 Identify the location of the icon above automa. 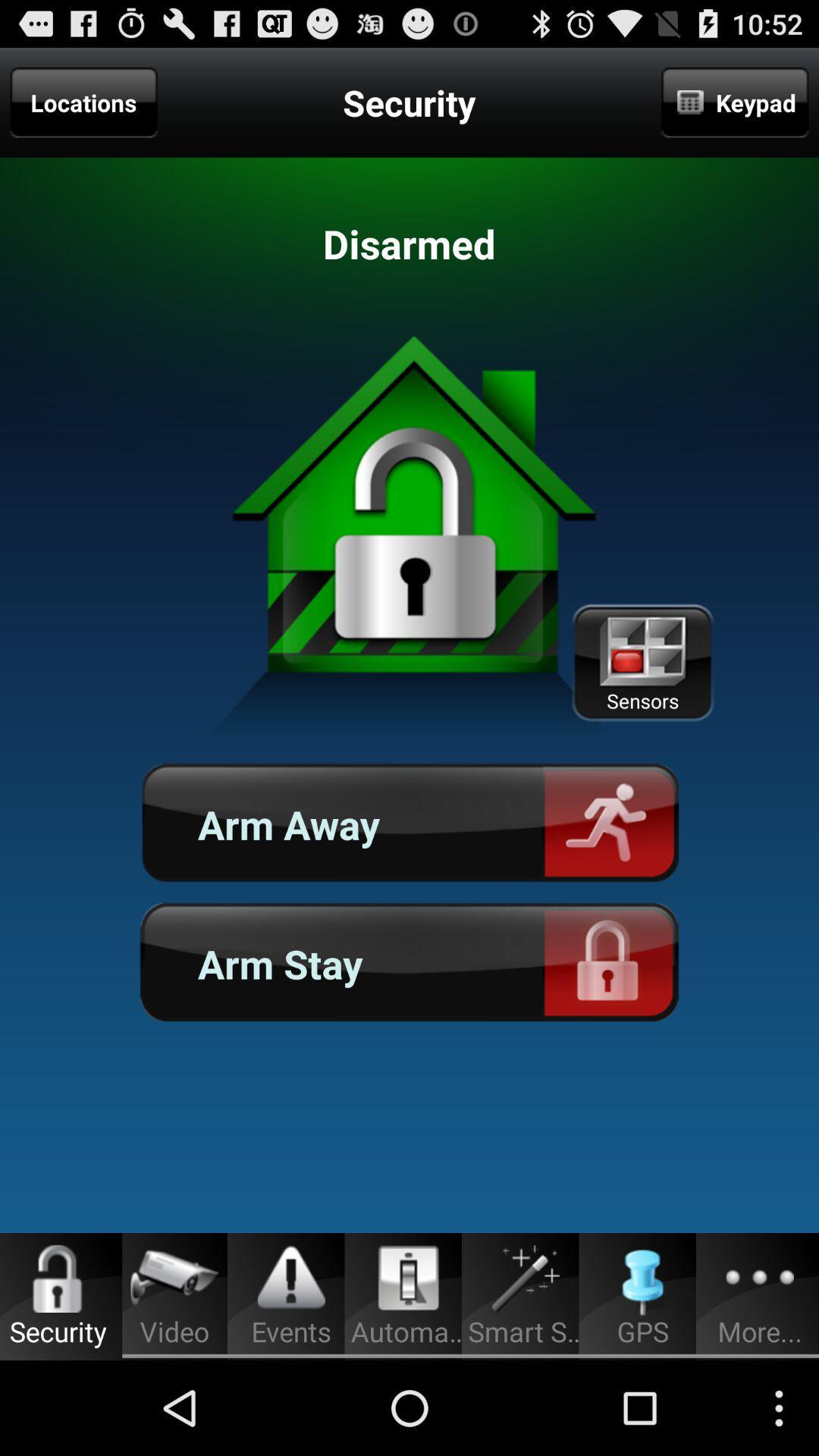
(408, 1277).